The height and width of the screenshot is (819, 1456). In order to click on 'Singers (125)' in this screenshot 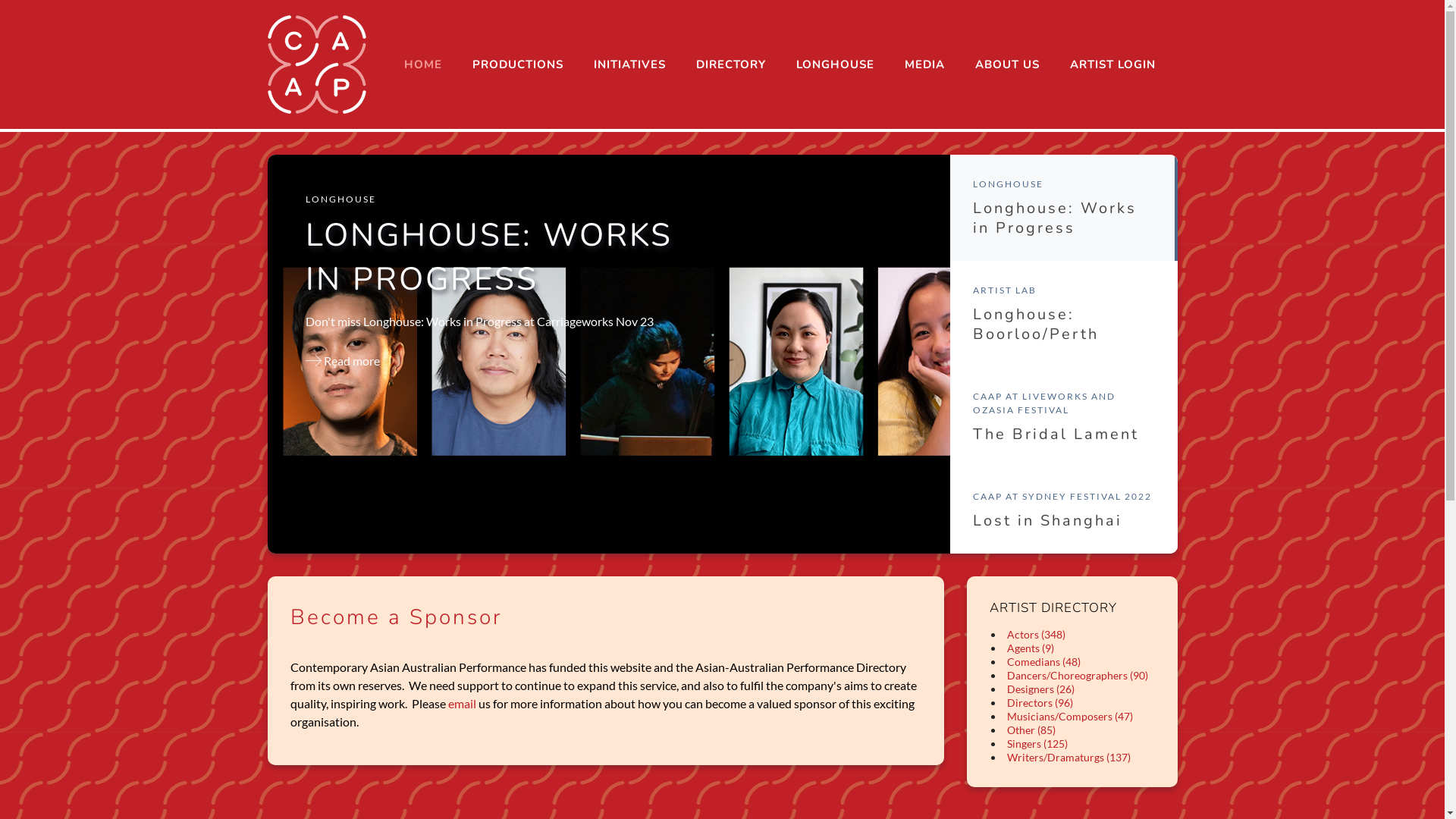, I will do `click(1003, 742)`.